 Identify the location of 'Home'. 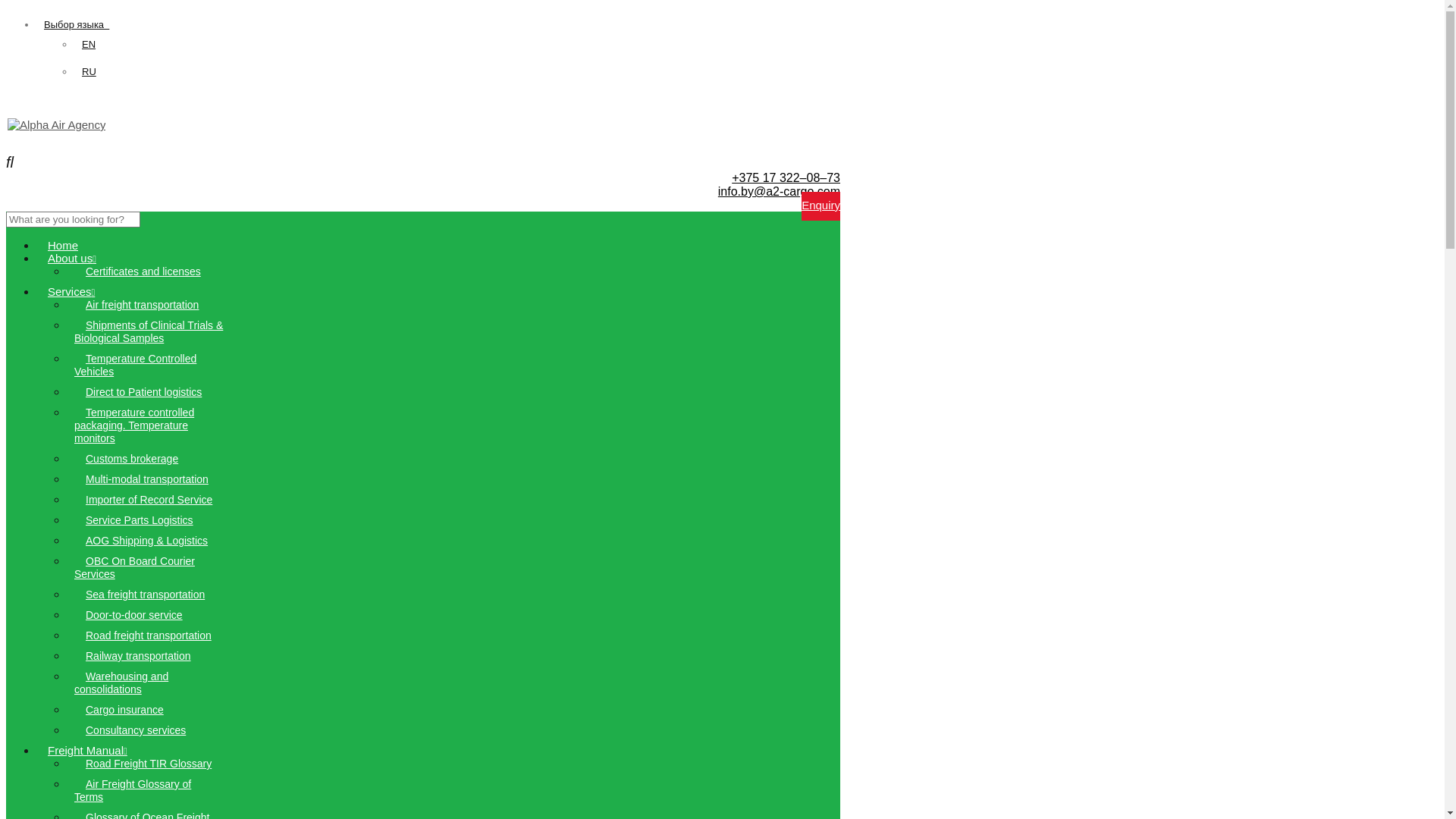
(61, 244).